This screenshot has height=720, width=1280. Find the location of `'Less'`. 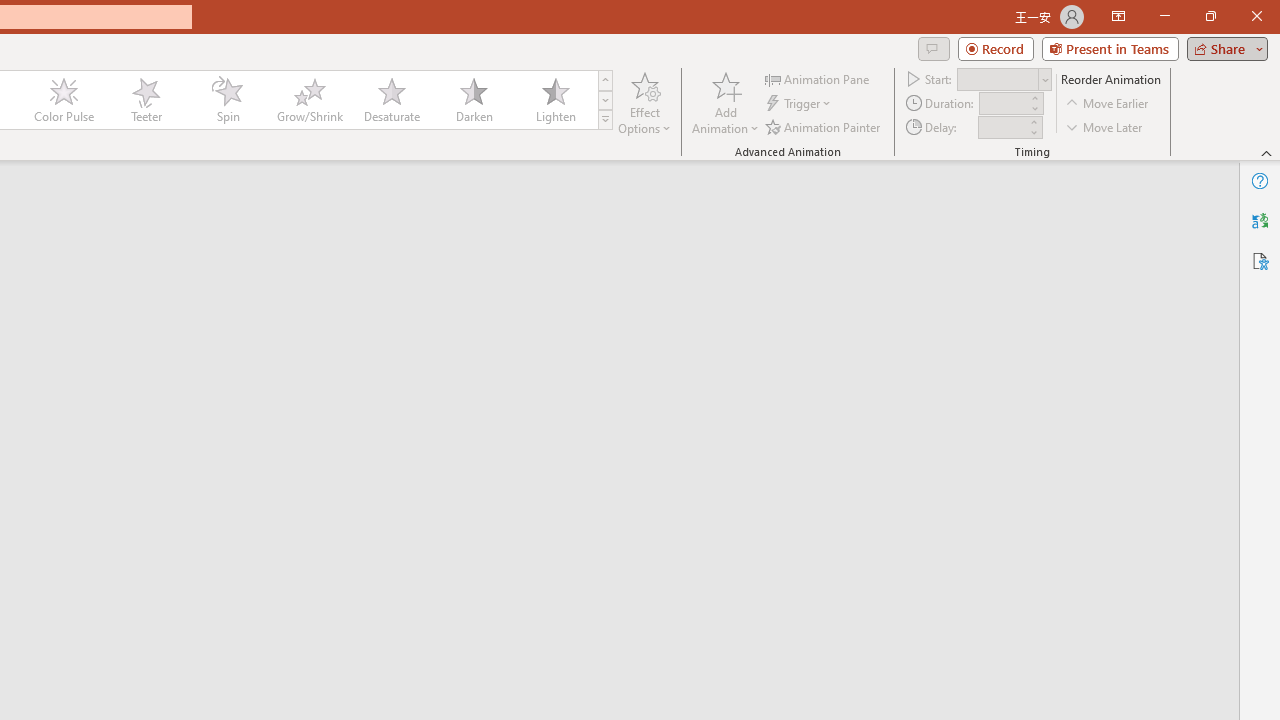

'Less' is located at coordinates (1033, 132).